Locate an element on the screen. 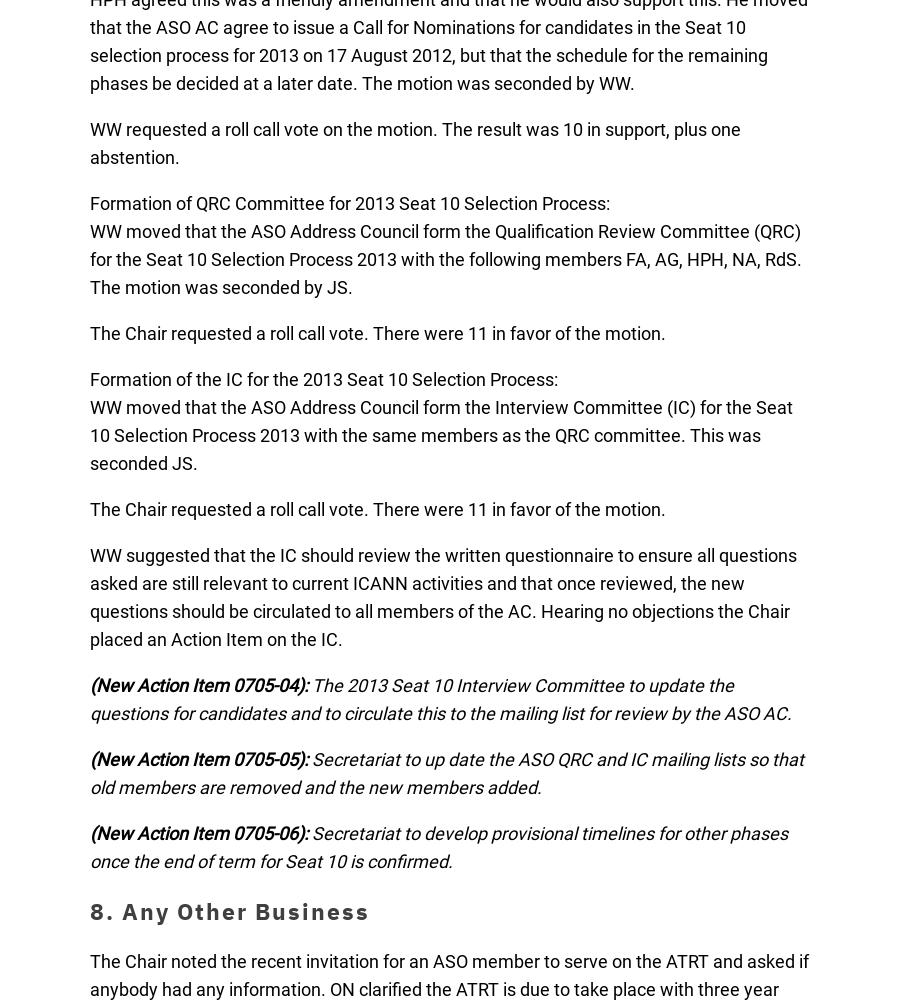 The height and width of the screenshot is (1005, 915). 'WW moved that the ASO Address Council form the Qualification Review Committee (QRC) for the Seat 10 Selection Process 2013 with the following members FA, AG, HPH, NA, RdS. The motion was seconded by JS.' is located at coordinates (445, 258).